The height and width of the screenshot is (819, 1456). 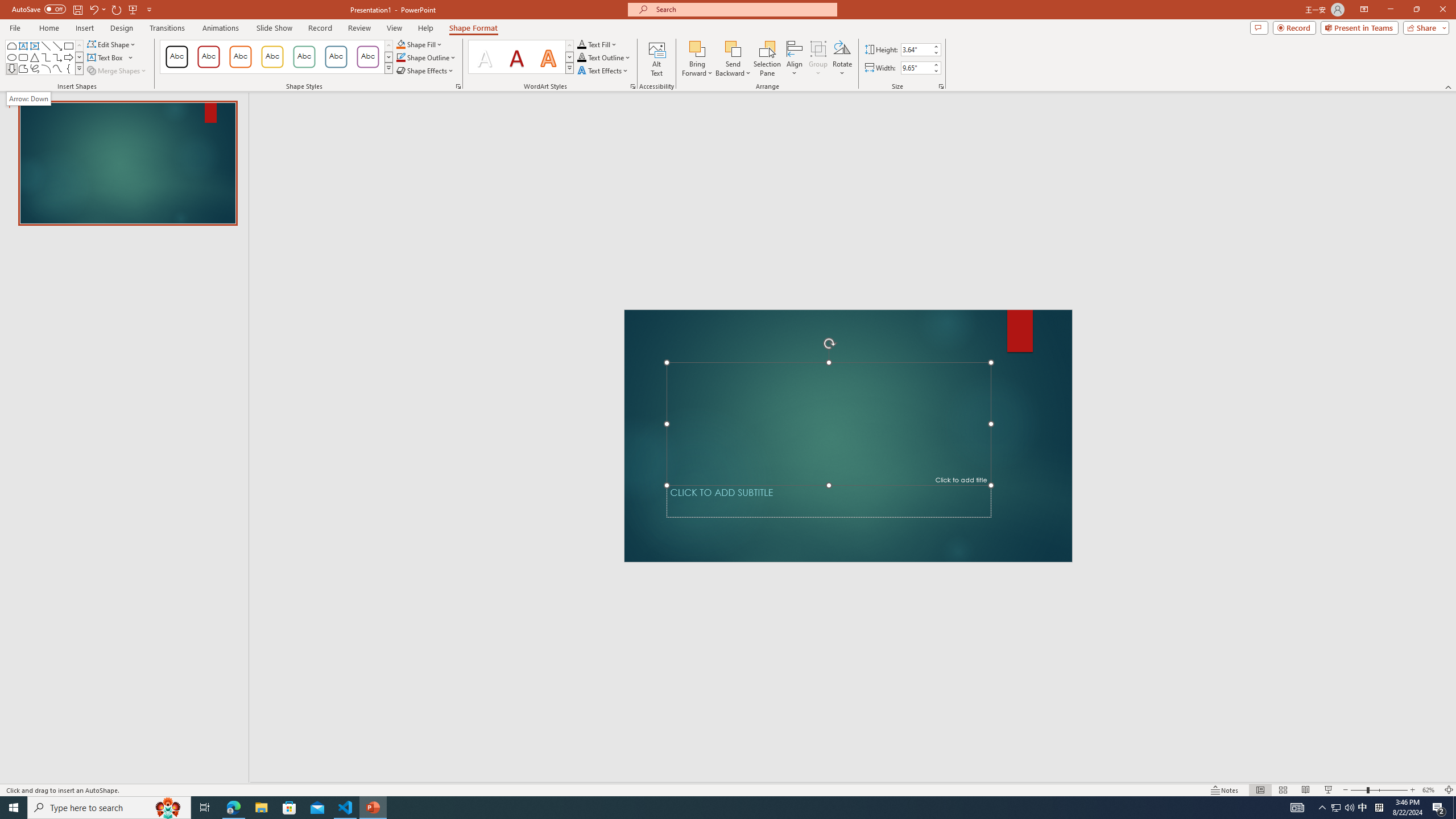 What do you see at coordinates (23, 68) in the screenshot?
I see `'Freeform: Shape'` at bounding box center [23, 68].